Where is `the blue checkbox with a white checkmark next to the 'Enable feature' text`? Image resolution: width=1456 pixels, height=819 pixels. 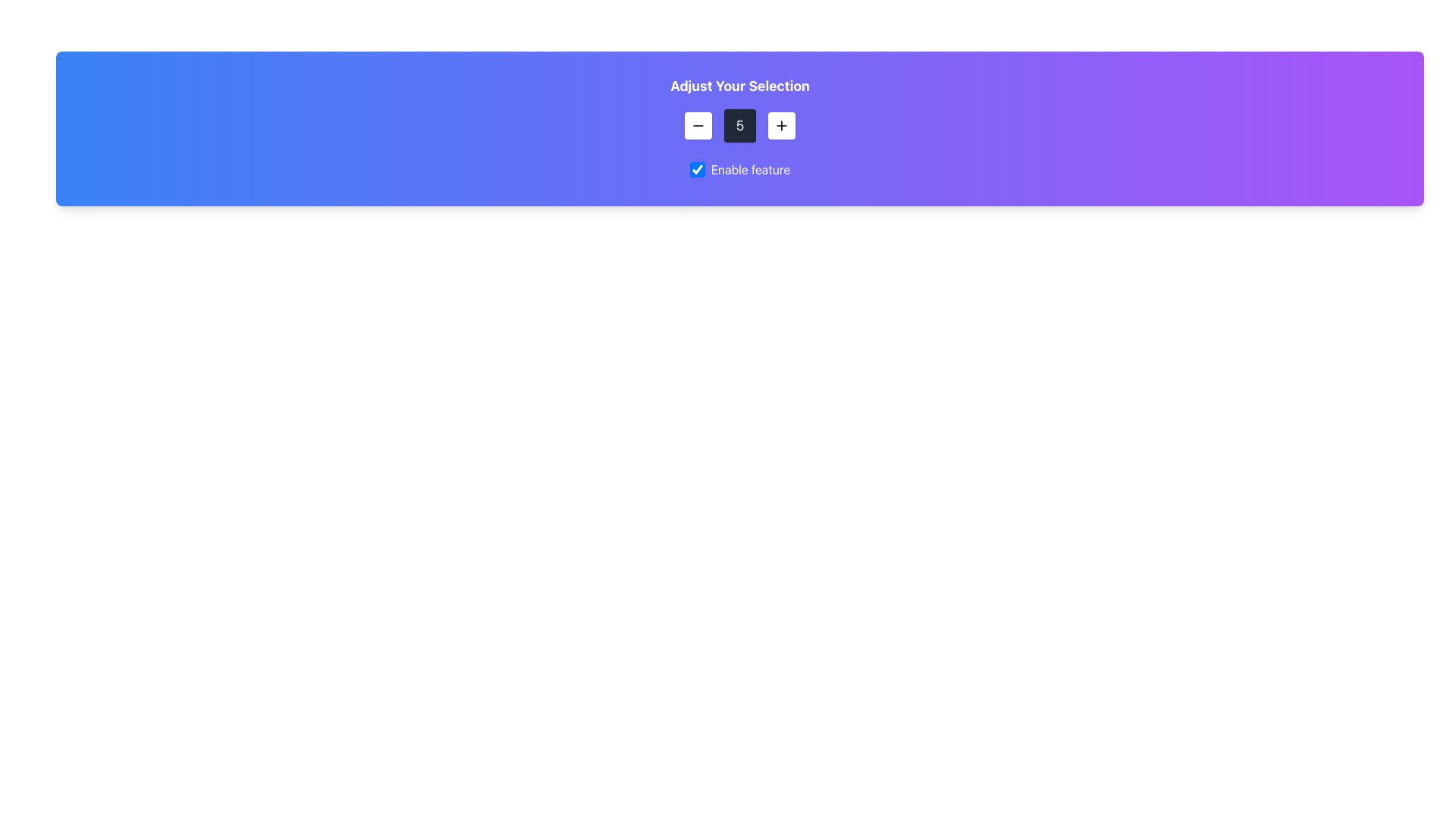
the blue checkbox with a white checkmark next to the 'Enable feature' text is located at coordinates (696, 169).